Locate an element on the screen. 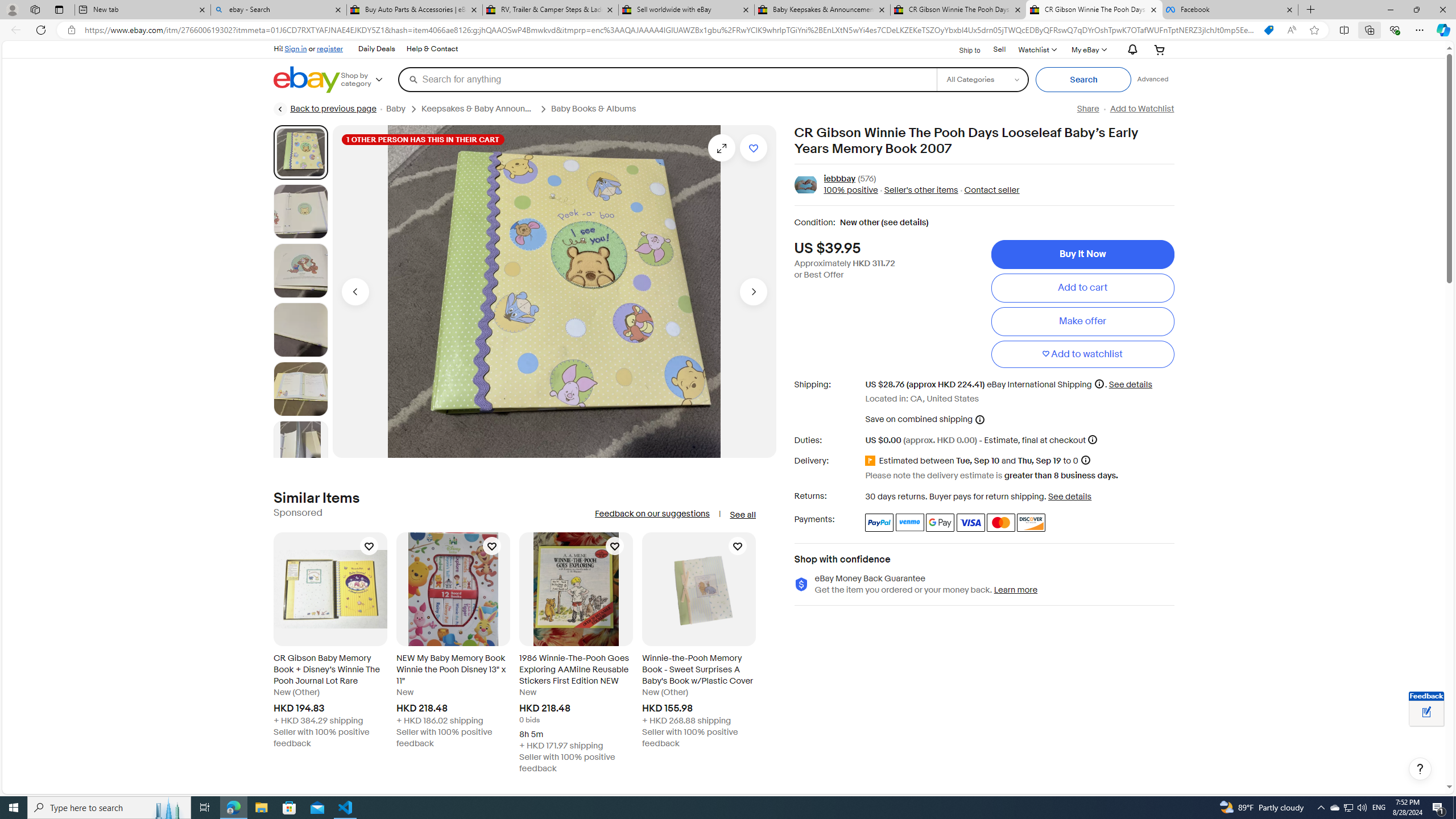 This screenshot has width=1456, height=819. 'AutomationID: gh-shipto-click' is located at coordinates (962, 48).